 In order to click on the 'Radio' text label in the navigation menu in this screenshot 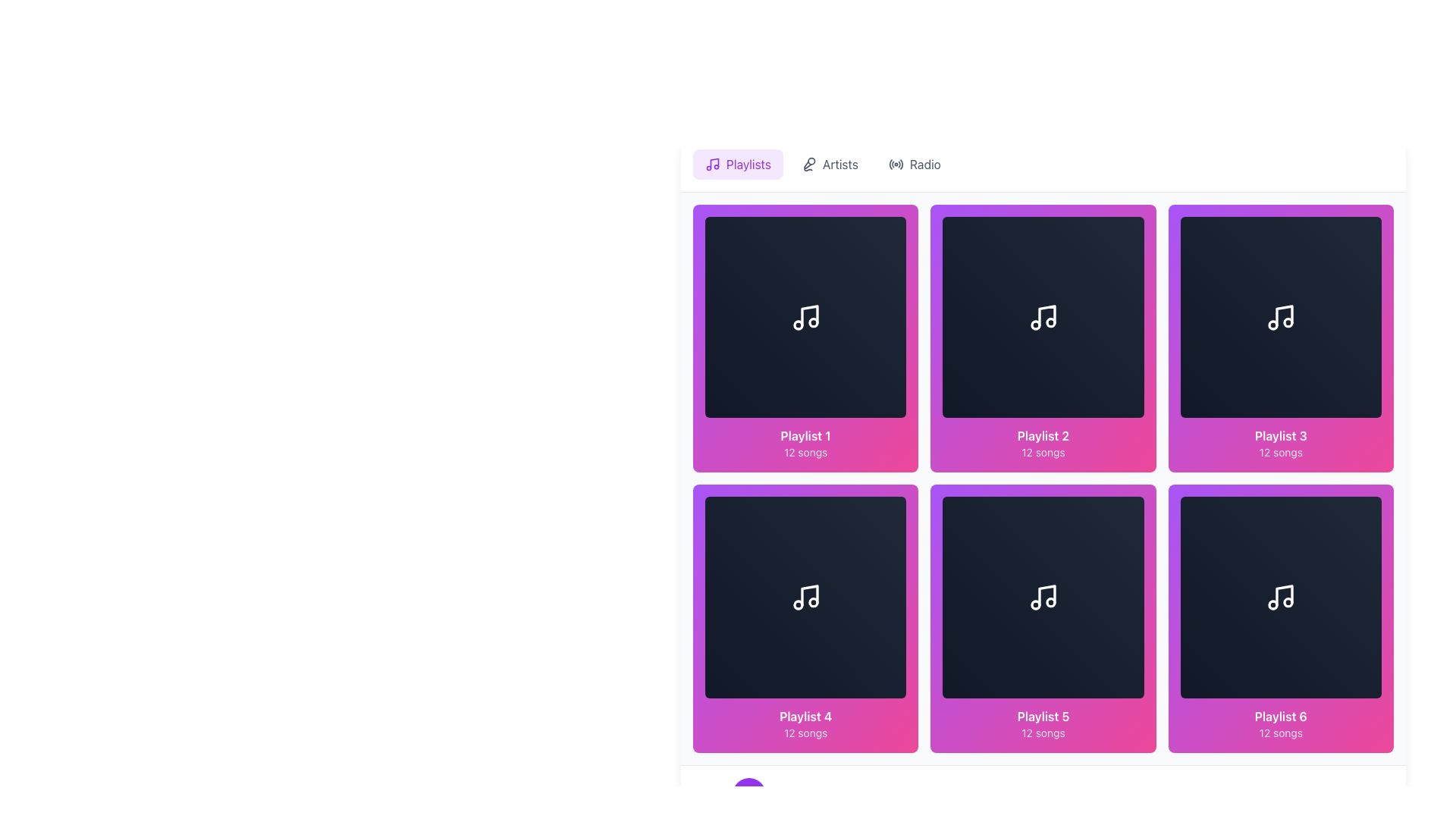, I will do `click(924, 164)`.